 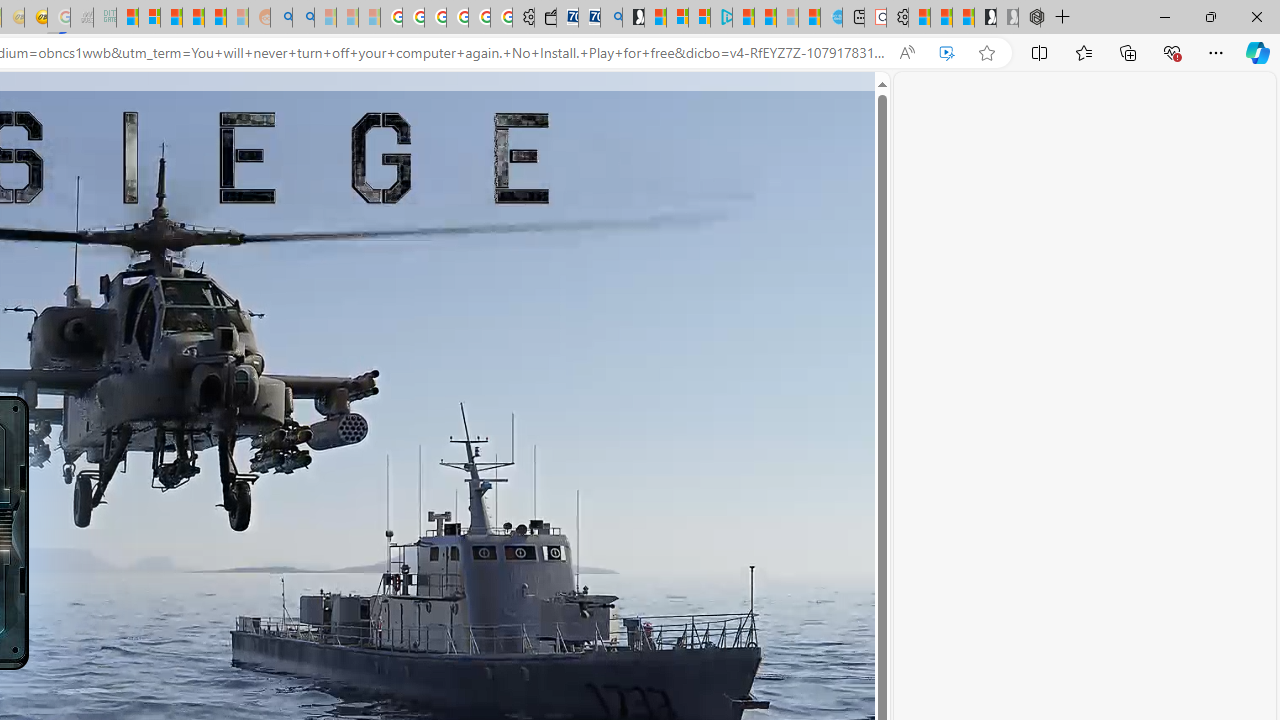 I want to click on 'DITOGAMES AG Imprint - Sleeping', so click(x=103, y=17).